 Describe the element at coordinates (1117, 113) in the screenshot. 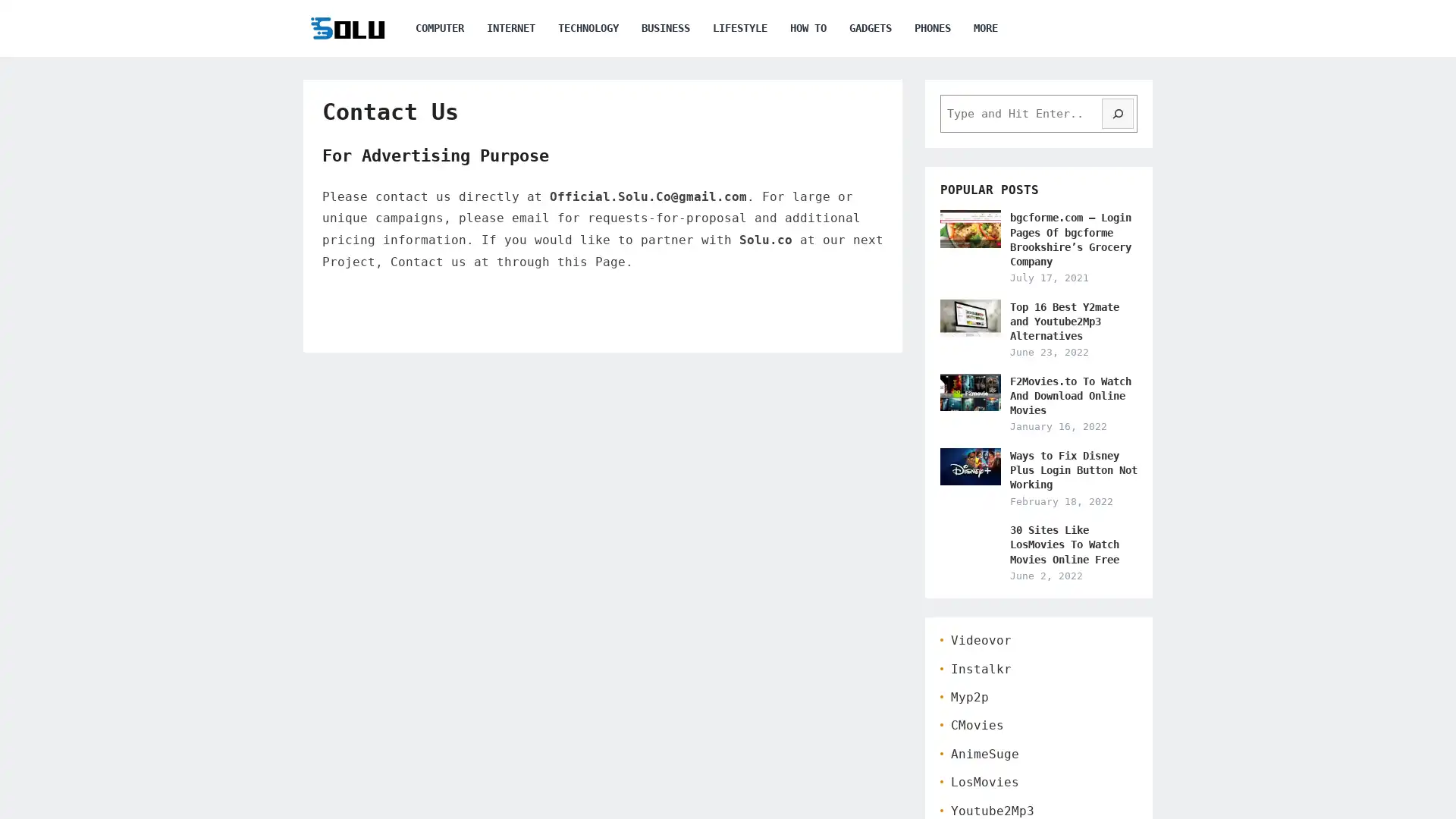

I see `Search` at that location.